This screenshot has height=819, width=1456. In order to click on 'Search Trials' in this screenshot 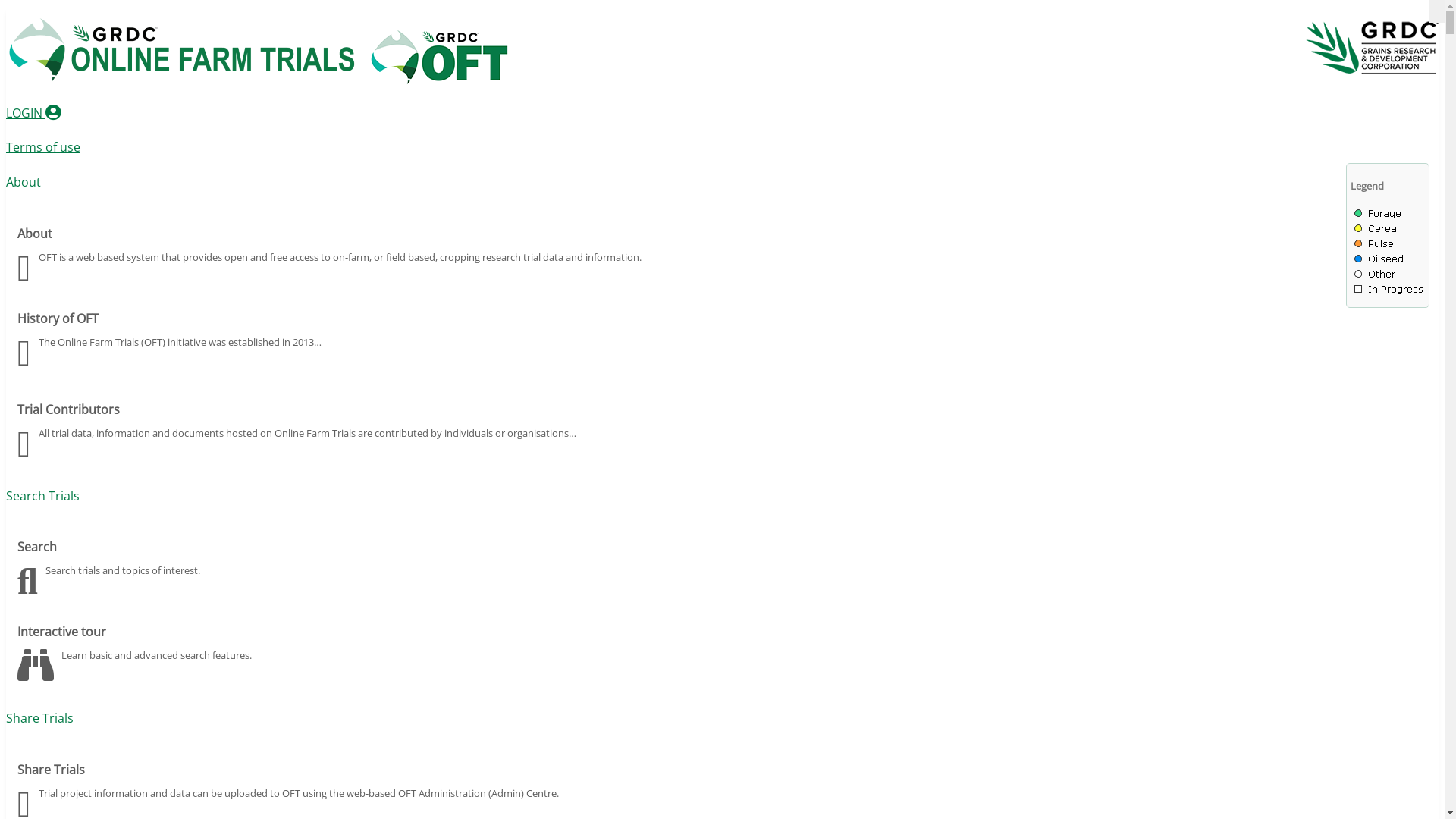, I will do `click(42, 496)`.